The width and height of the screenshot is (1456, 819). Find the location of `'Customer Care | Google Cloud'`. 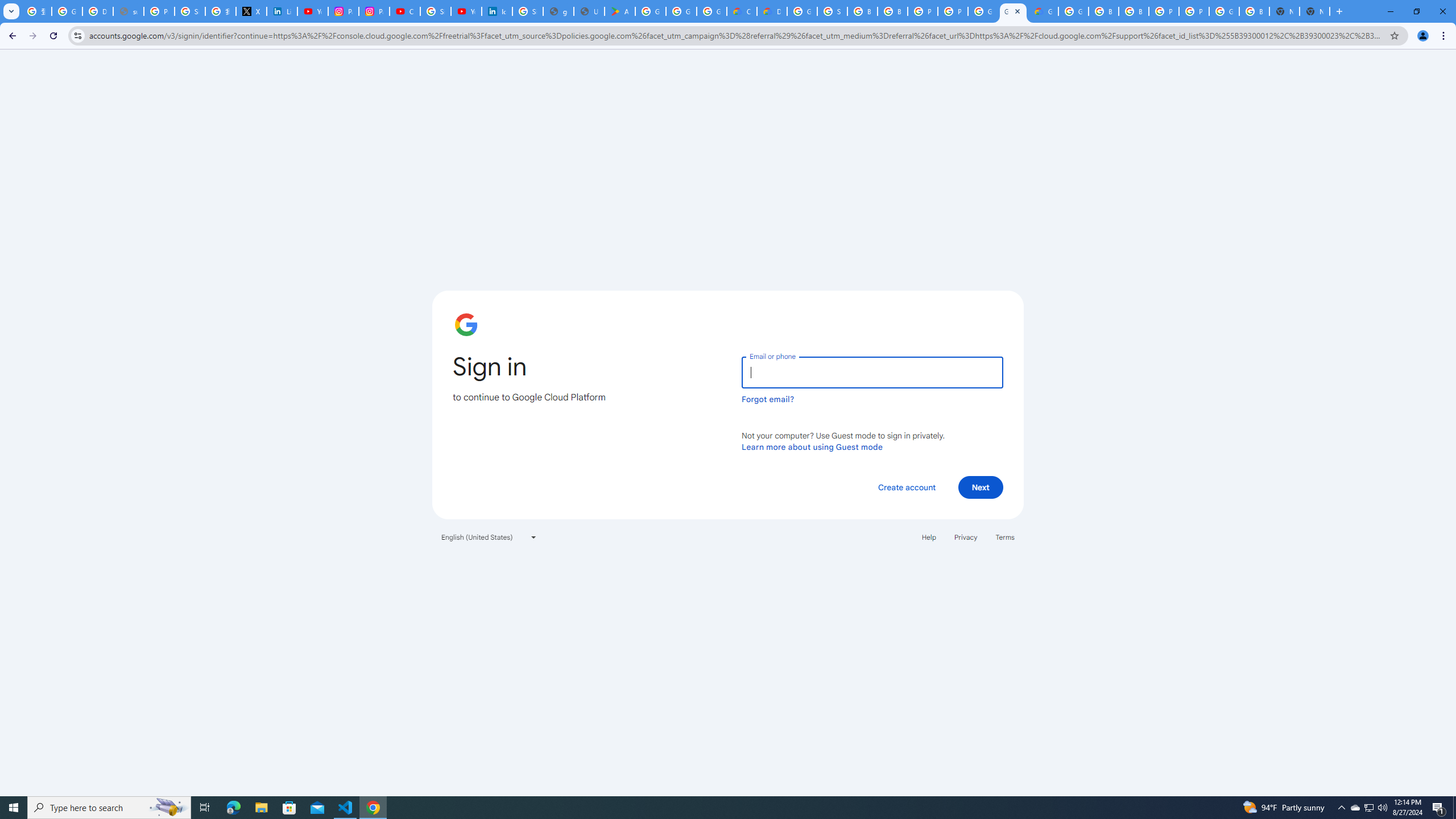

'Customer Care | Google Cloud' is located at coordinates (742, 11).